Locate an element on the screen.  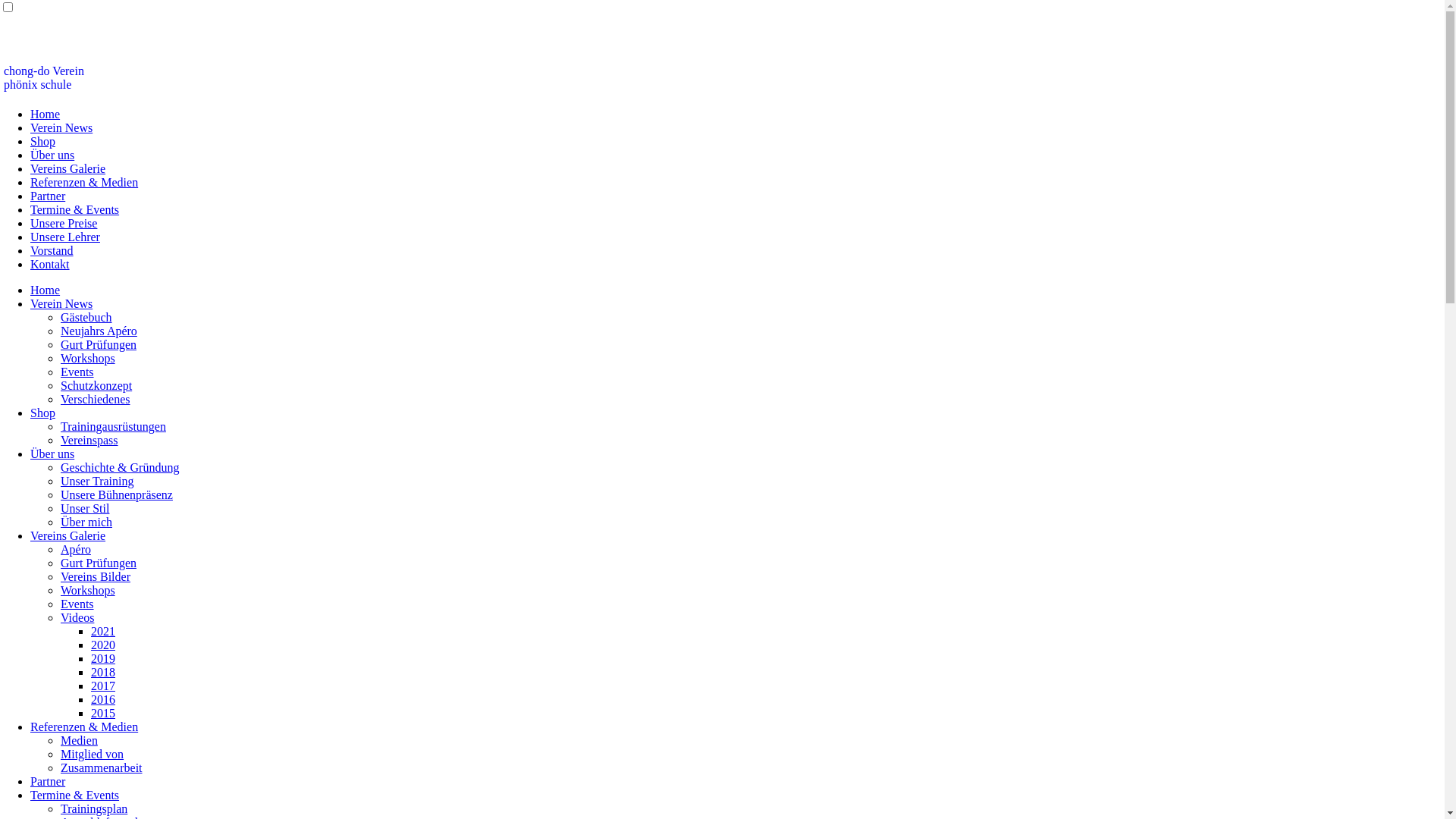
'2015' is located at coordinates (102, 713).